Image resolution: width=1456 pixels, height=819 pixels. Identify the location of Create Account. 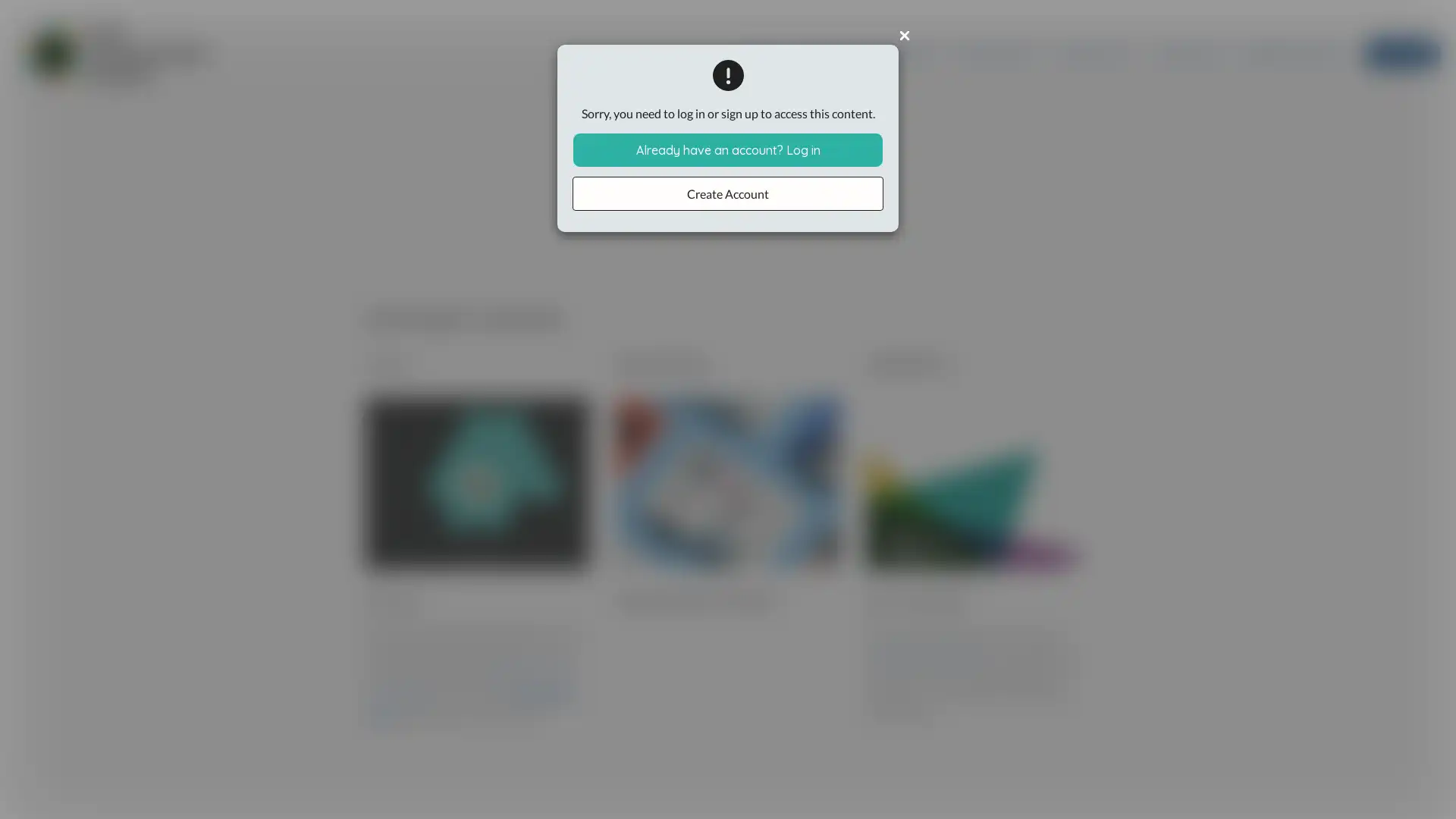
(728, 193).